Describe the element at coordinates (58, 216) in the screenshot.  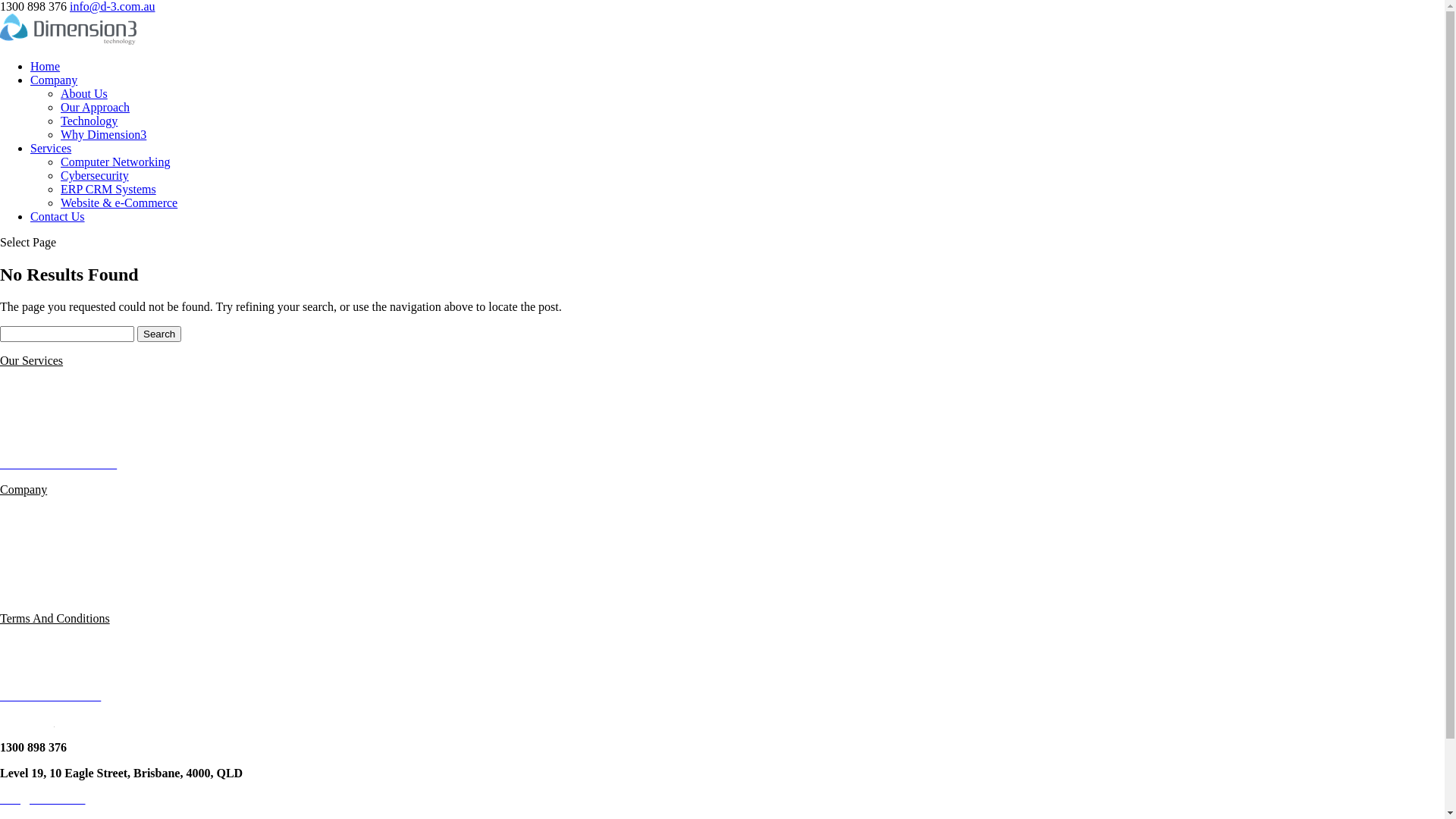
I see `'Contact Us'` at that location.